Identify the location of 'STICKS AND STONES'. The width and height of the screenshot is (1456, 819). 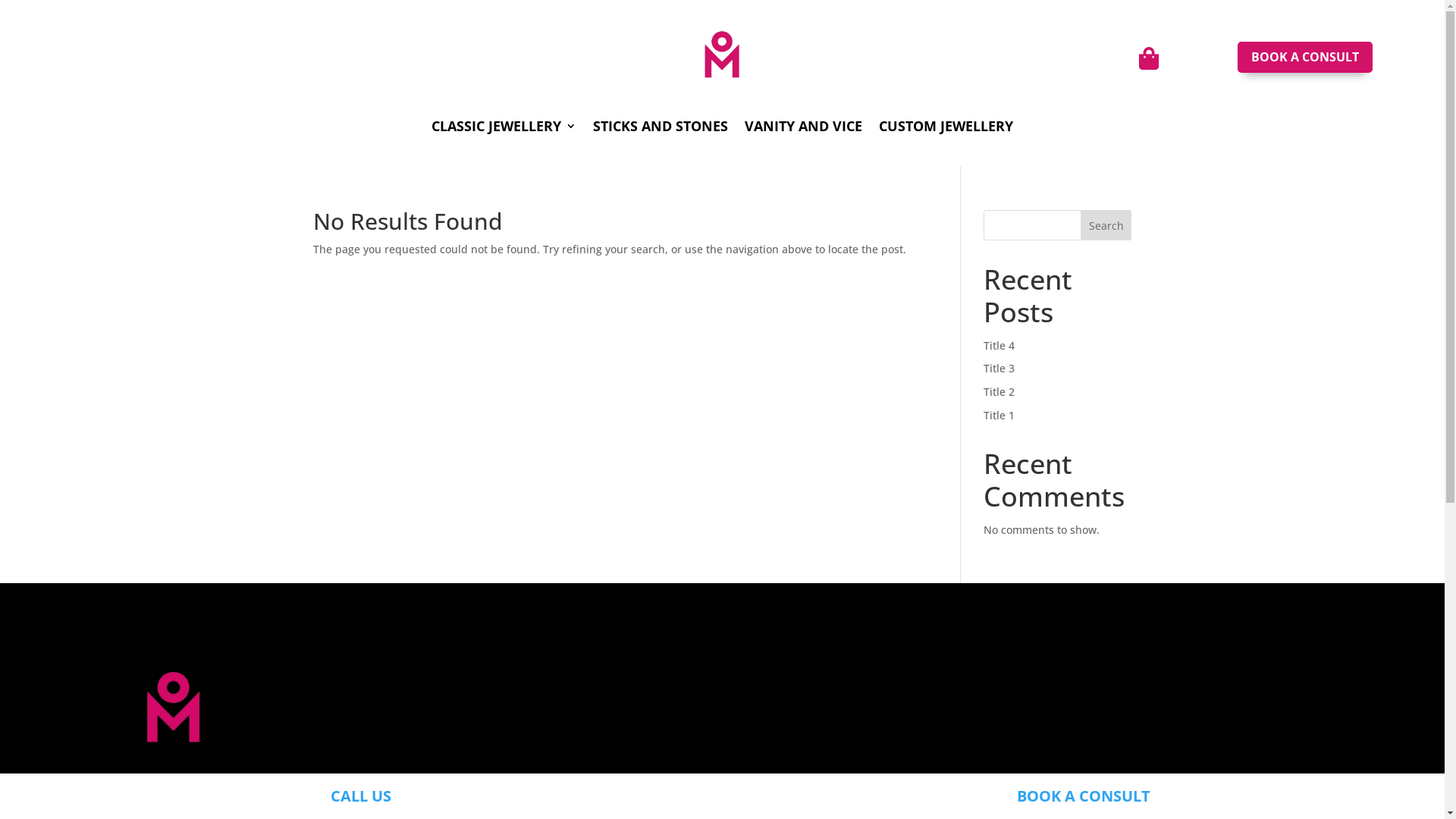
(660, 127).